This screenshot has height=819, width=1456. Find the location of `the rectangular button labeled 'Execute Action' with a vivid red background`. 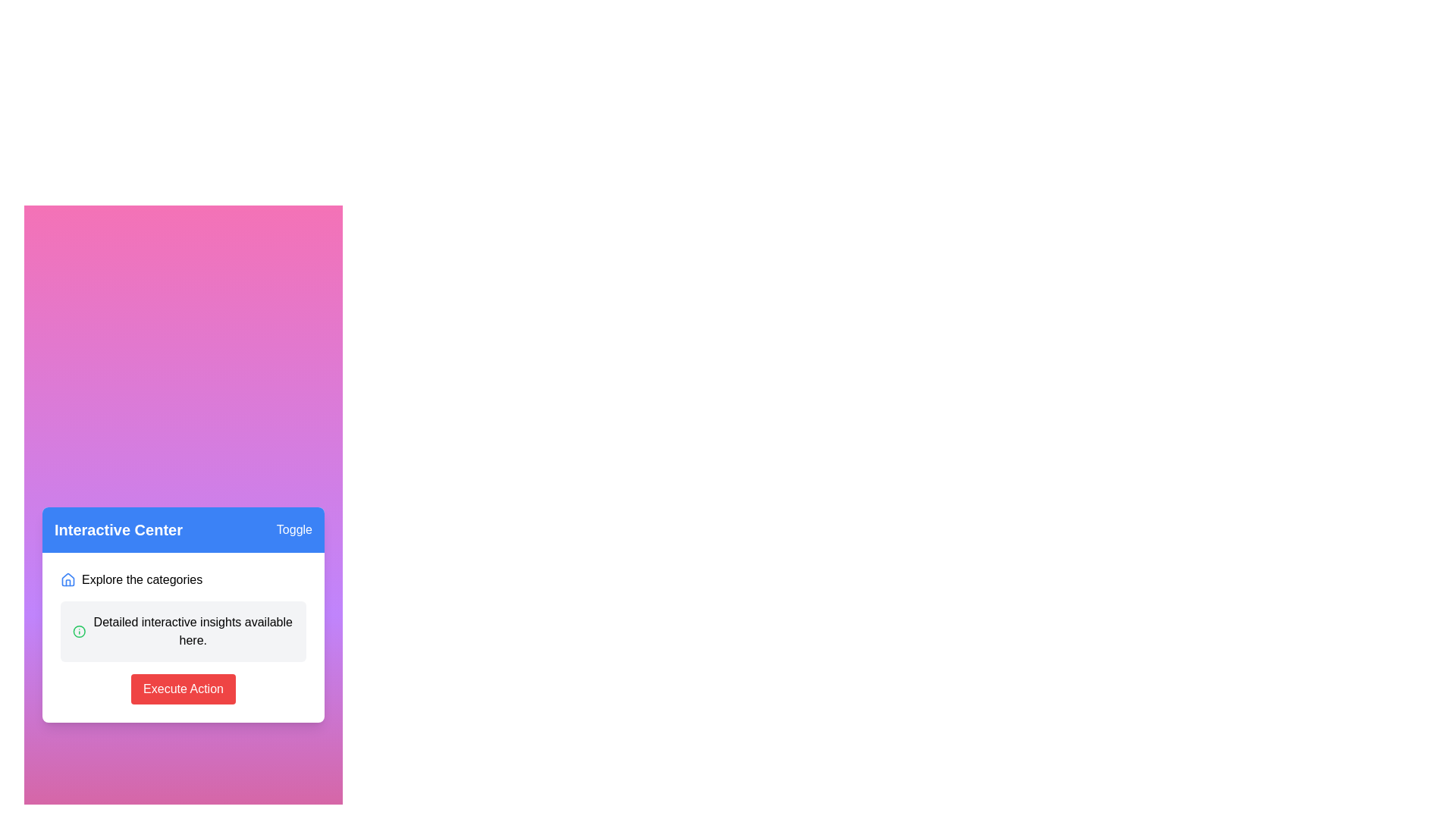

the rectangular button labeled 'Execute Action' with a vivid red background is located at coordinates (182, 689).